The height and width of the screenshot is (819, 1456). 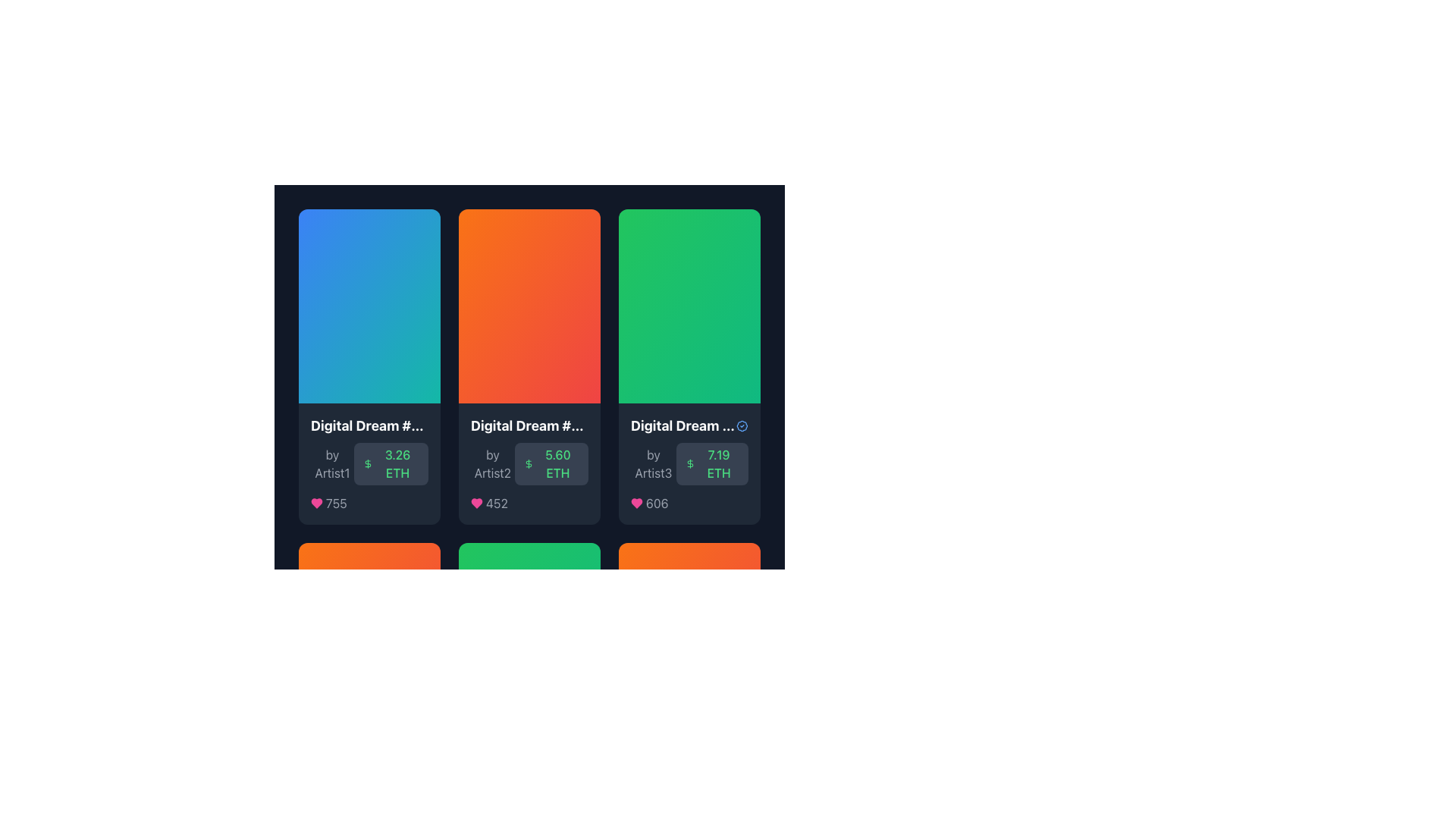 I want to click on the monetary value label located beneath 'by Artist1' in the leftmost column of the three-column grid, so click(x=391, y=463).